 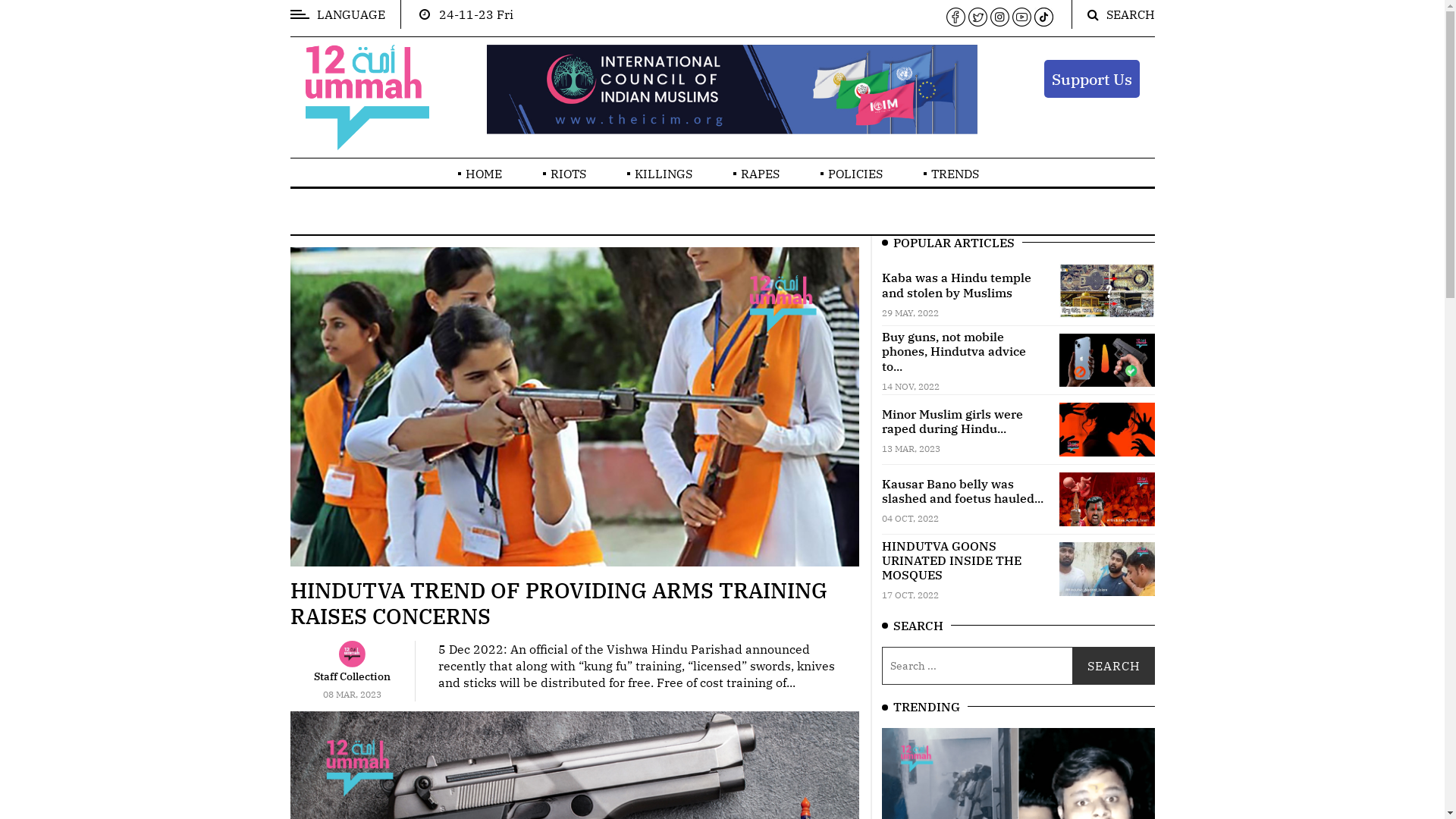 What do you see at coordinates (351, 675) in the screenshot?
I see `'Staff Collection'` at bounding box center [351, 675].